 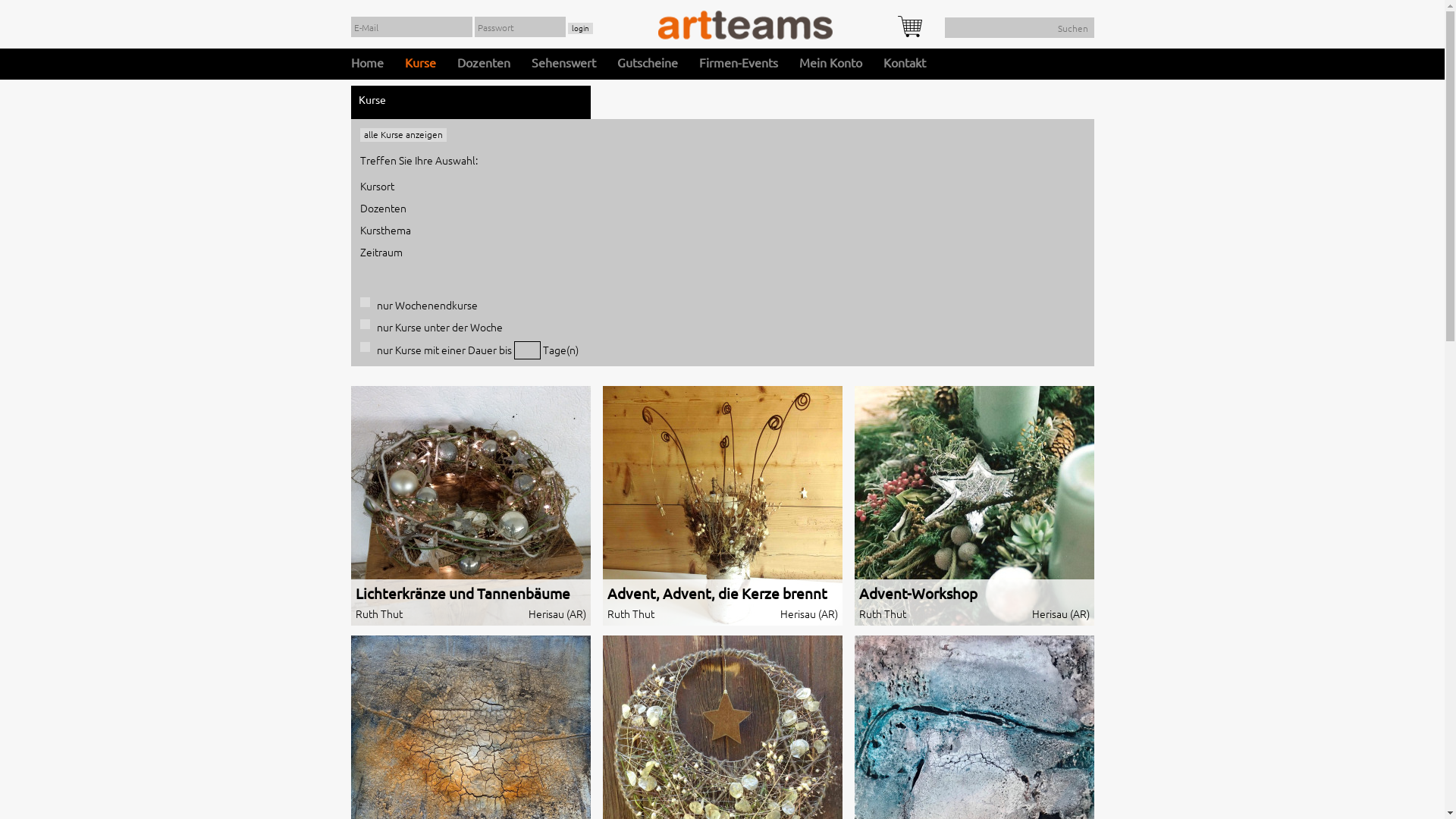 What do you see at coordinates (648, 63) in the screenshot?
I see `'Gutscheine'` at bounding box center [648, 63].